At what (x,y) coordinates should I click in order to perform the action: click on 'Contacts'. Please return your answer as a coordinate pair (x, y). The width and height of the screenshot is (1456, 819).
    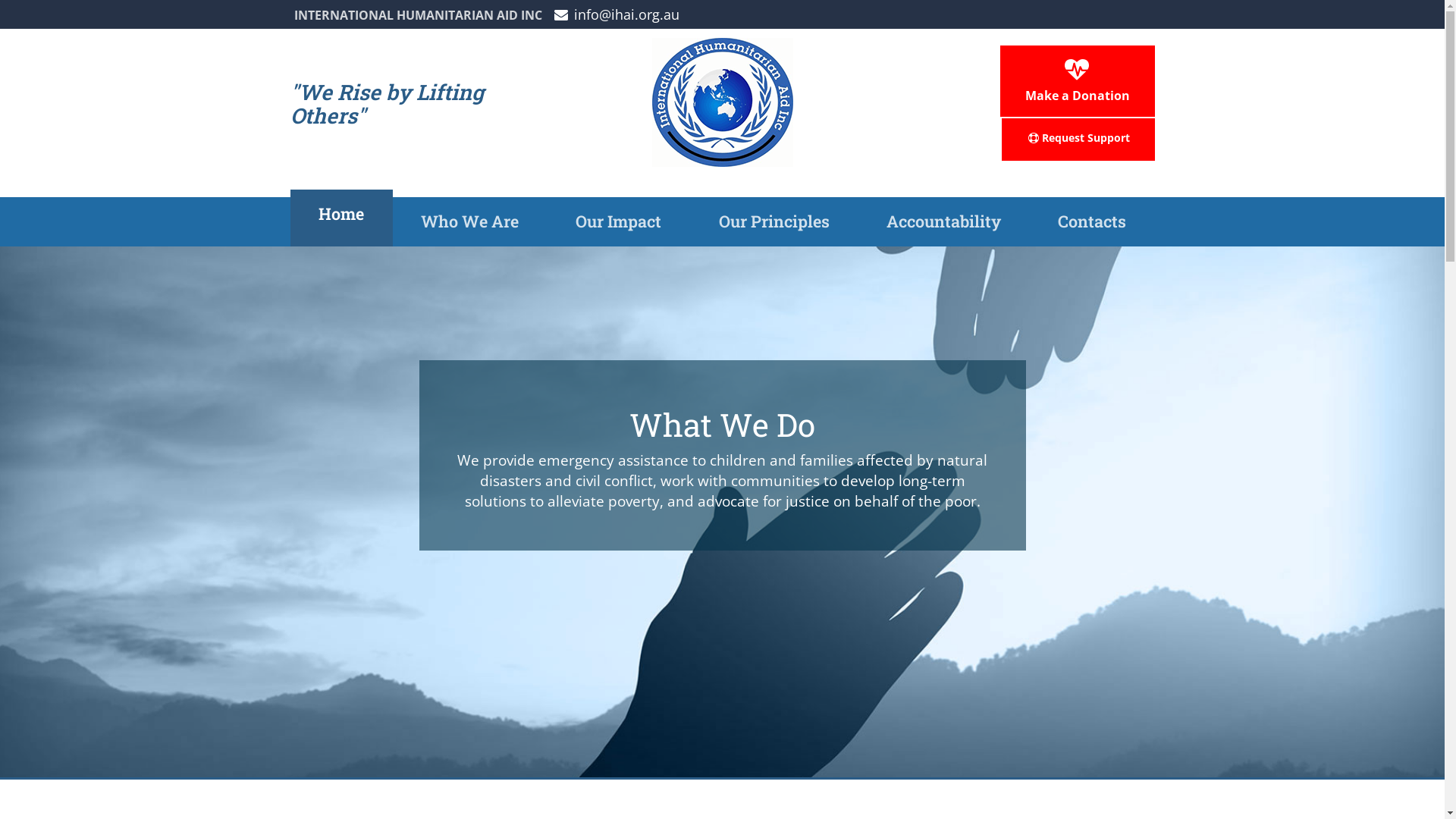
    Looking at the image, I should click on (1029, 221).